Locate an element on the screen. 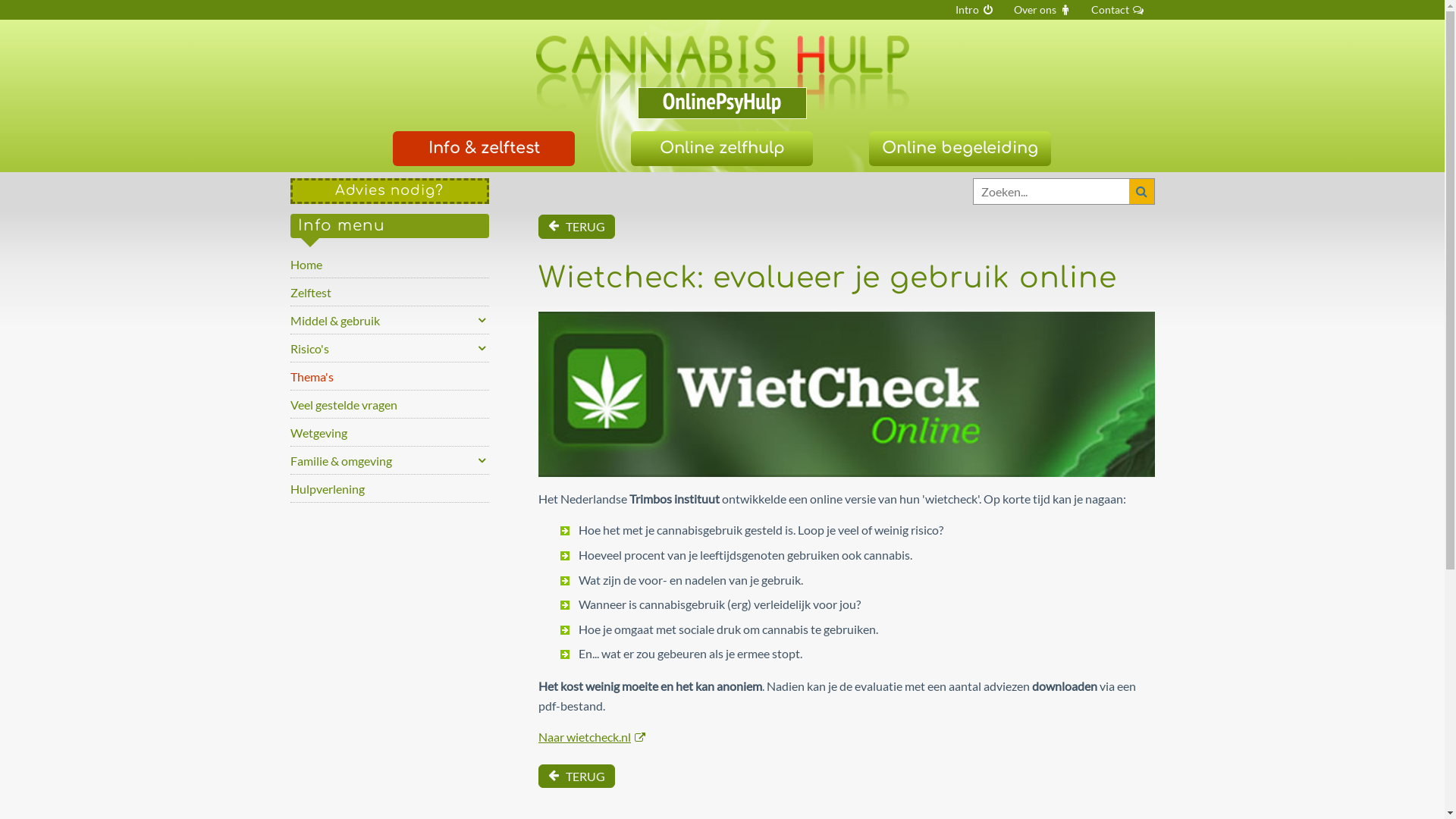  'Advies nodig?' is located at coordinates (389, 190).